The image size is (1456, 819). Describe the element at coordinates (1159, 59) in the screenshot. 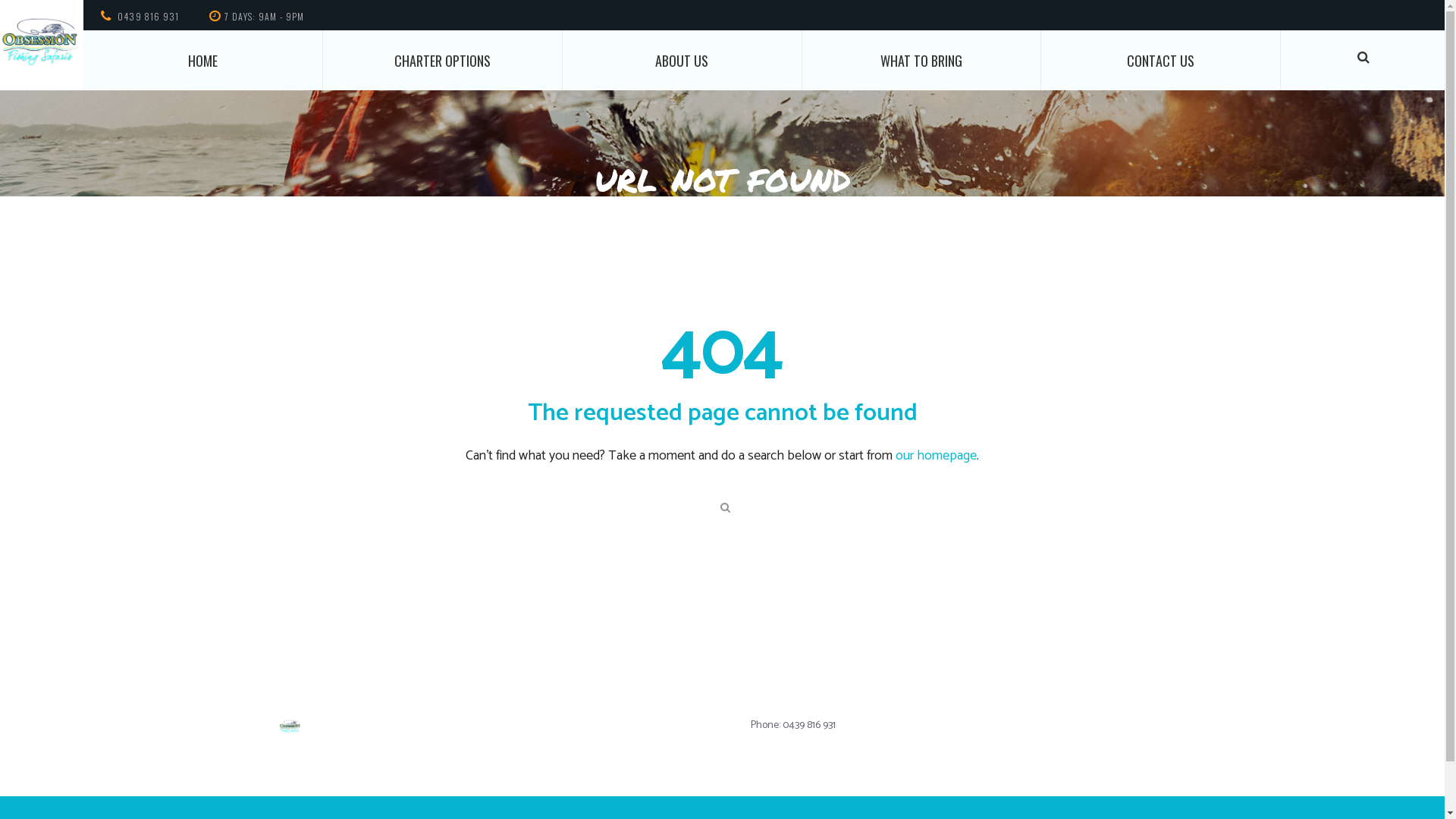

I see `'CONTACT US'` at that location.